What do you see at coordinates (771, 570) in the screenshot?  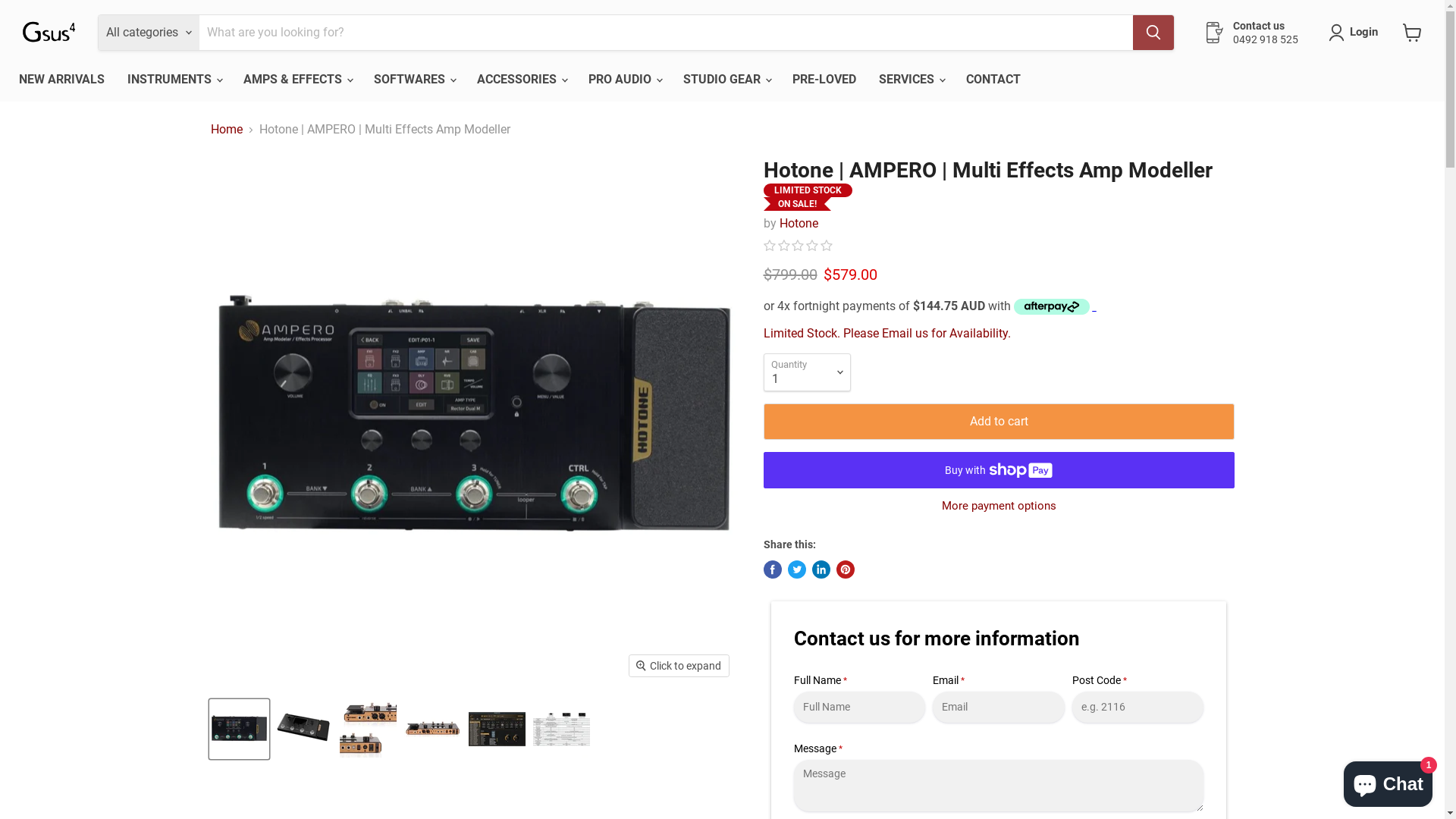 I see `'Share on Facebook'` at bounding box center [771, 570].